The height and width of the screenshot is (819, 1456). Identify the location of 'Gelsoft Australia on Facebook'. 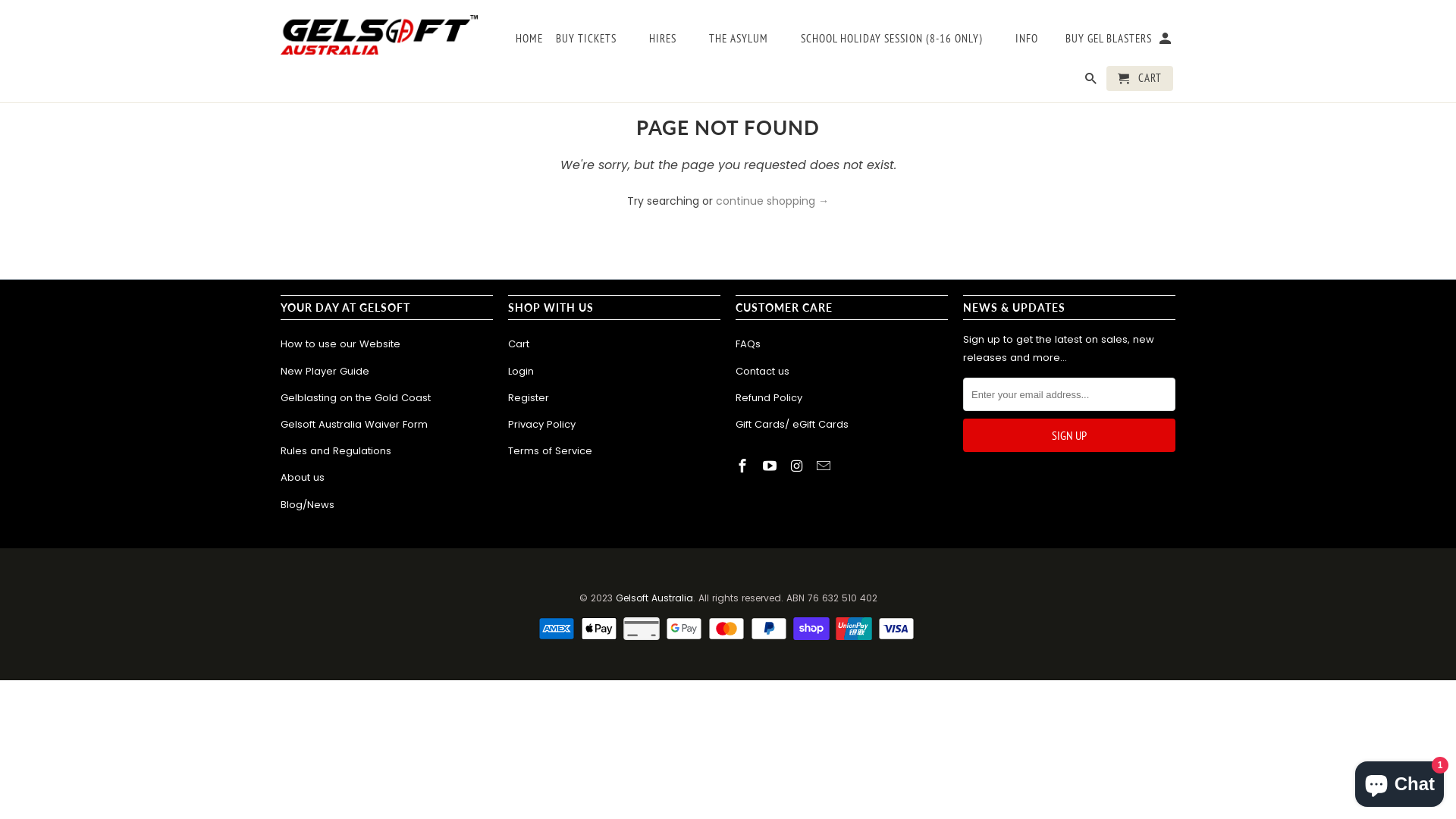
(743, 465).